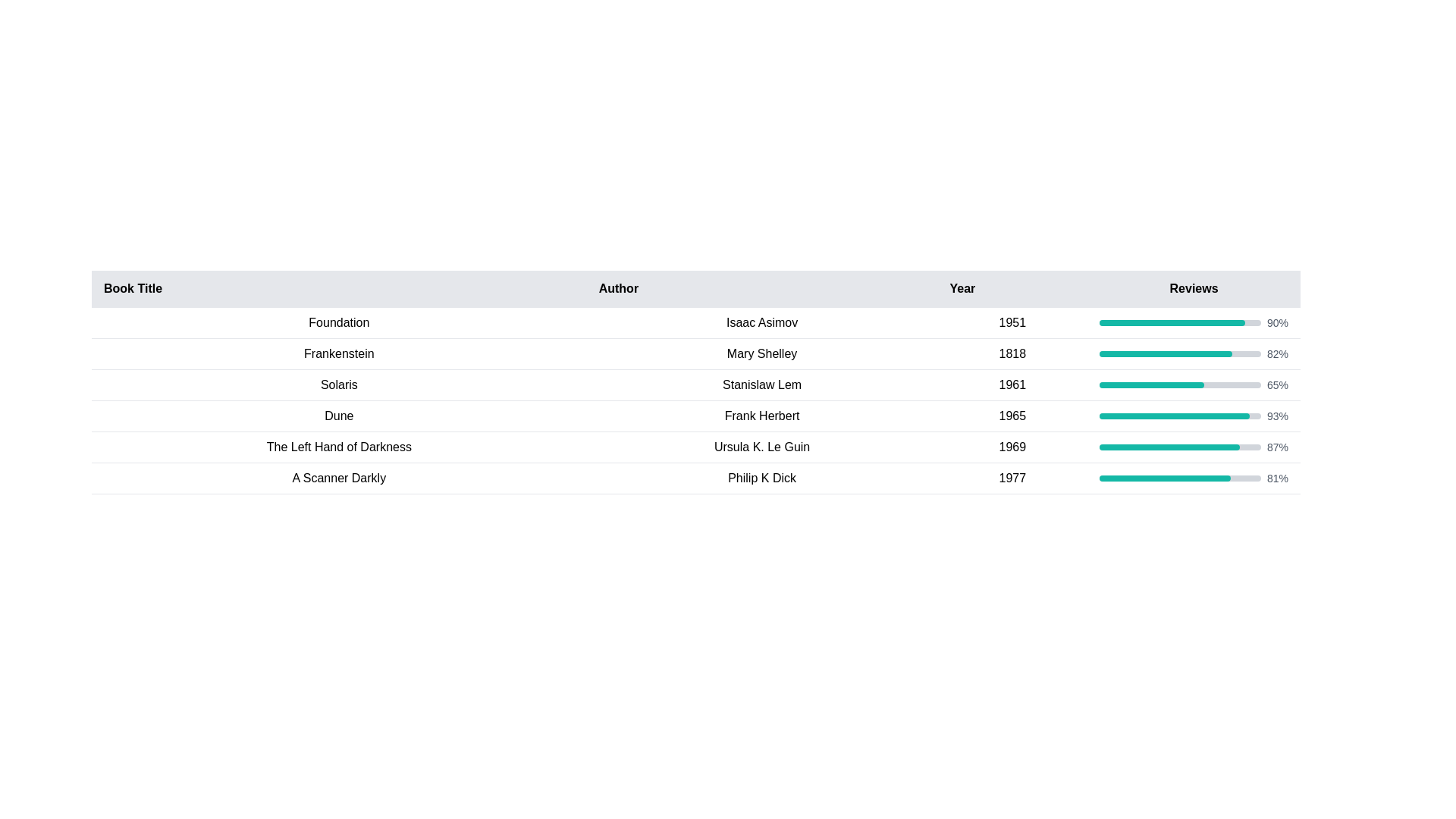 The height and width of the screenshot is (819, 1456). Describe the element at coordinates (695, 384) in the screenshot. I see `the third row of the table displaying information about the book 'Solaris' by Stanislaw Lem to select it` at that location.